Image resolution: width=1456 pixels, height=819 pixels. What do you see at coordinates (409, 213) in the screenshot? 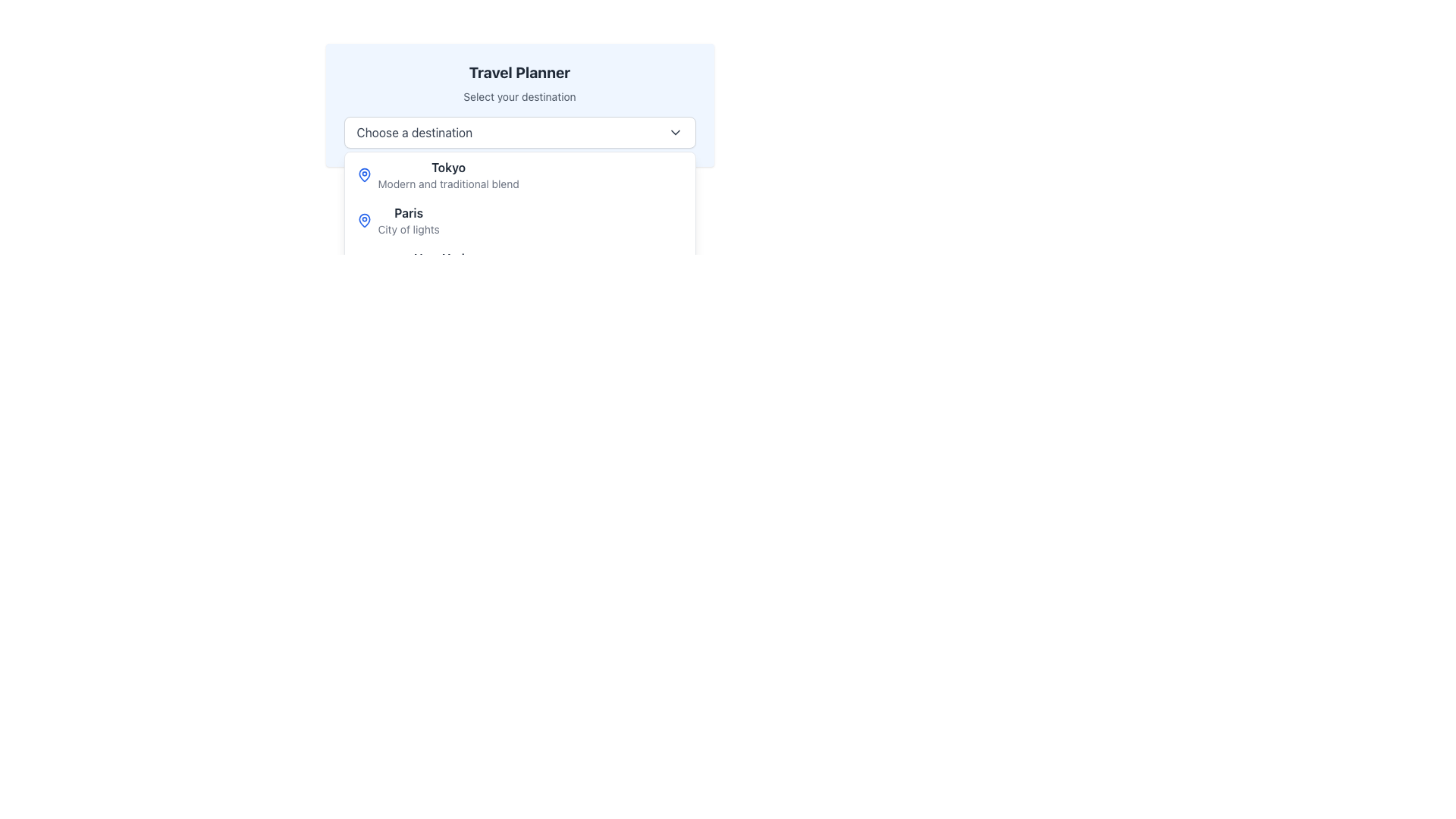
I see `the dropdown menu item labeled 'Paris'` at bounding box center [409, 213].